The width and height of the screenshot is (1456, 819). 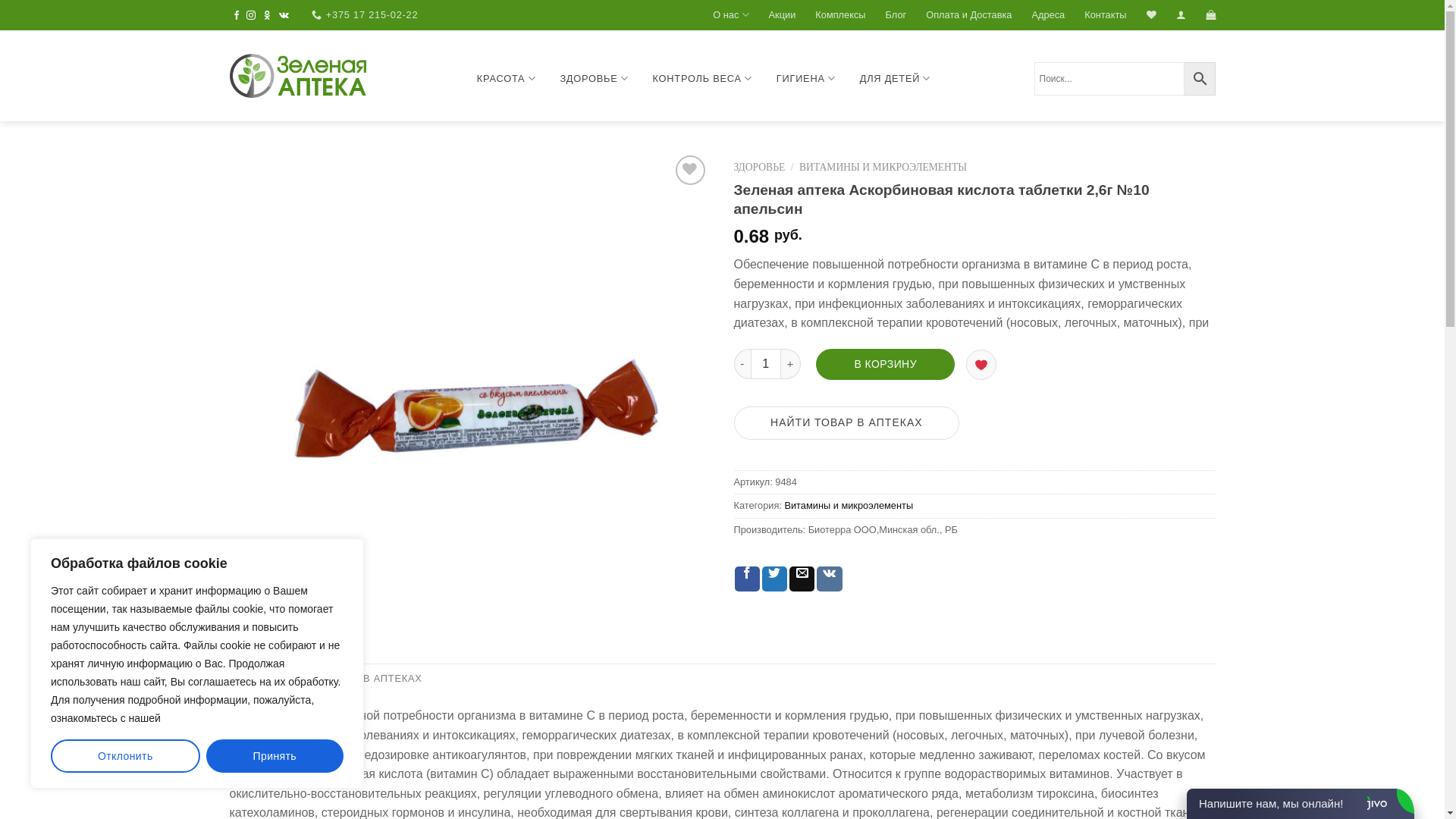 What do you see at coordinates (311, 14) in the screenshot?
I see `'+375 17 215-02-22'` at bounding box center [311, 14].